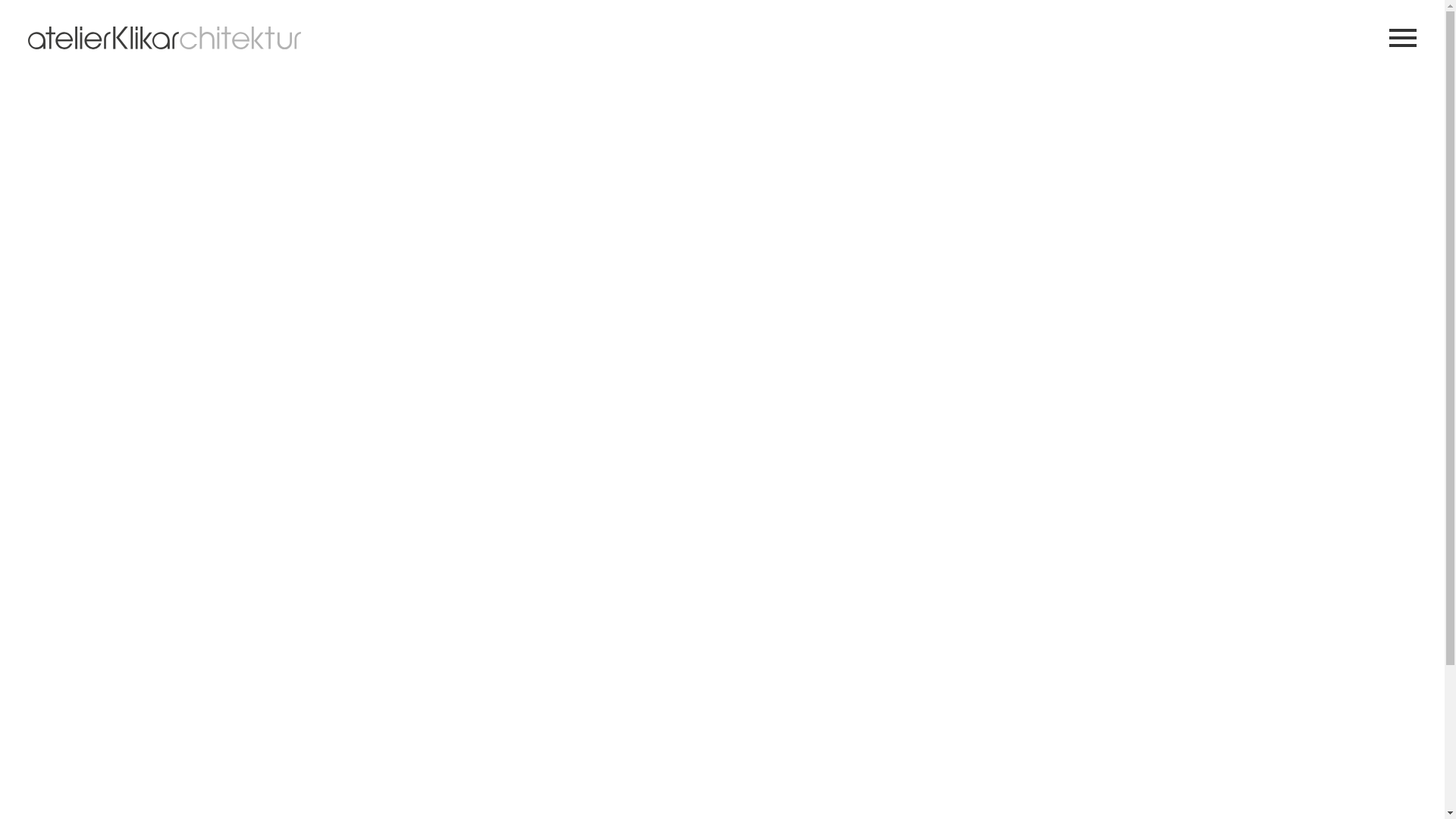 Image resolution: width=1456 pixels, height=819 pixels. Describe the element at coordinates (1401, 37) in the screenshot. I see `'Primary Menu'` at that location.